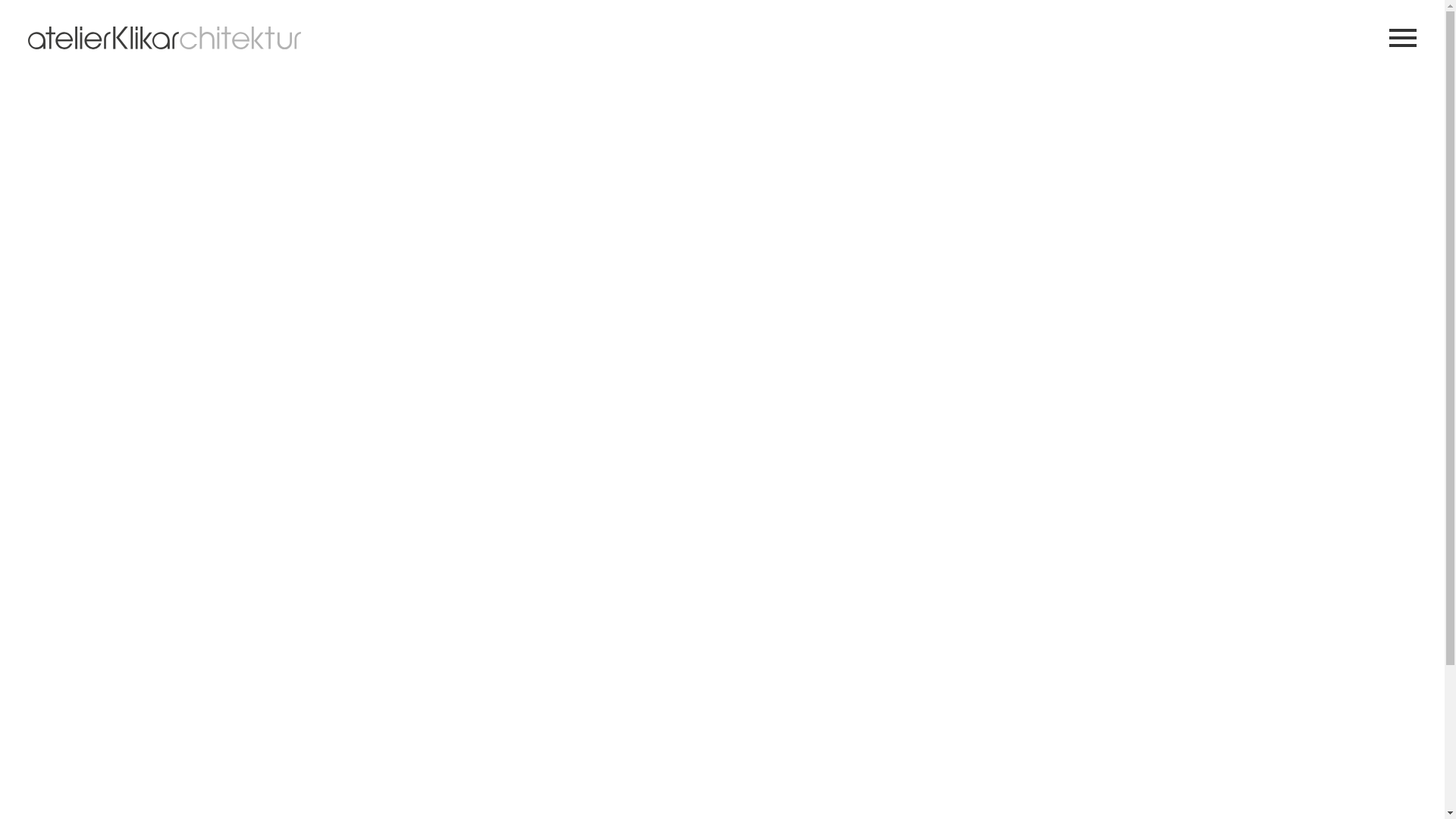 Image resolution: width=1456 pixels, height=819 pixels. Describe the element at coordinates (1401, 37) in the screenshot. I see `'Primary Menu'` at that location.